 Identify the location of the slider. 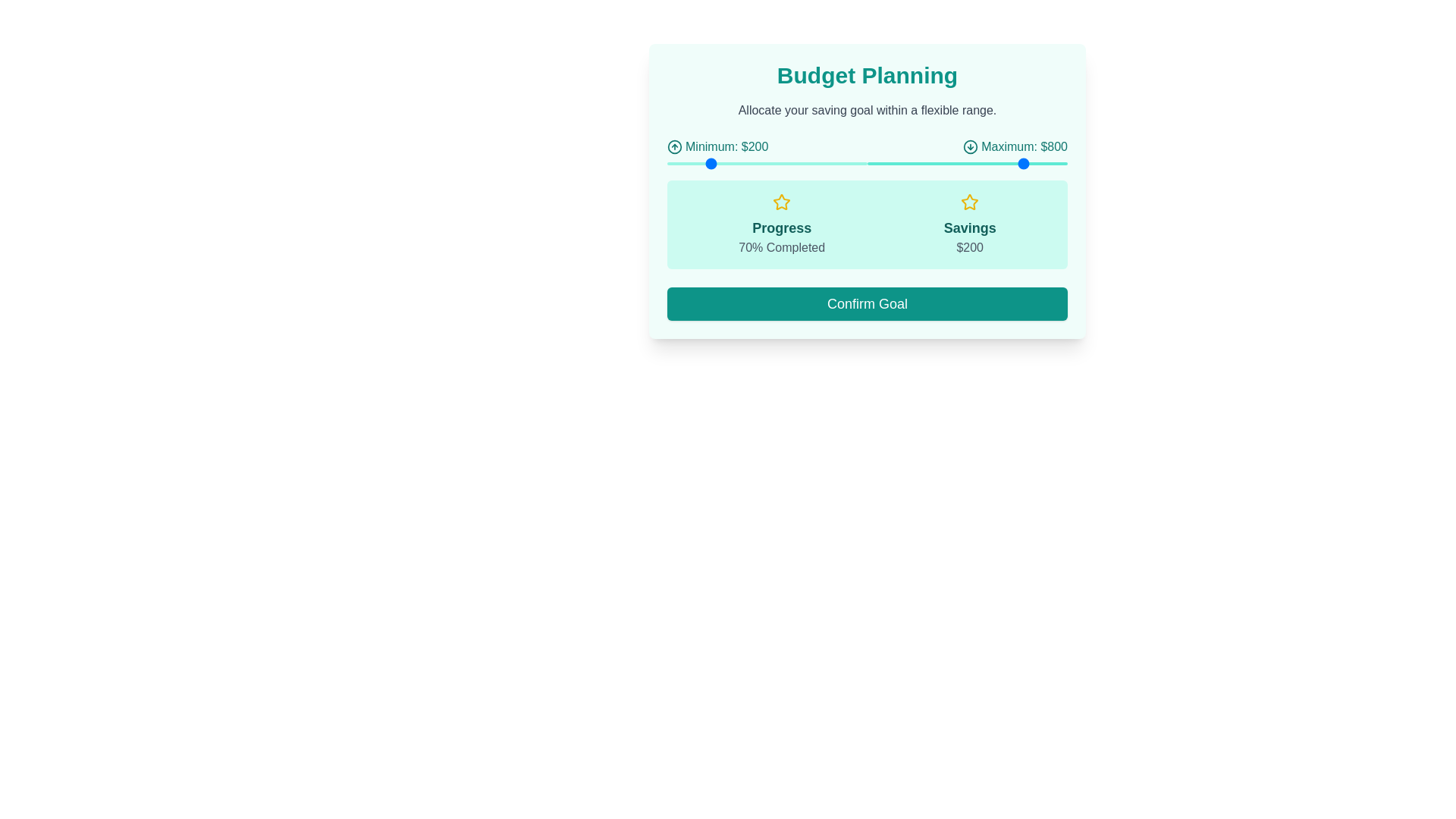
(897, 164).